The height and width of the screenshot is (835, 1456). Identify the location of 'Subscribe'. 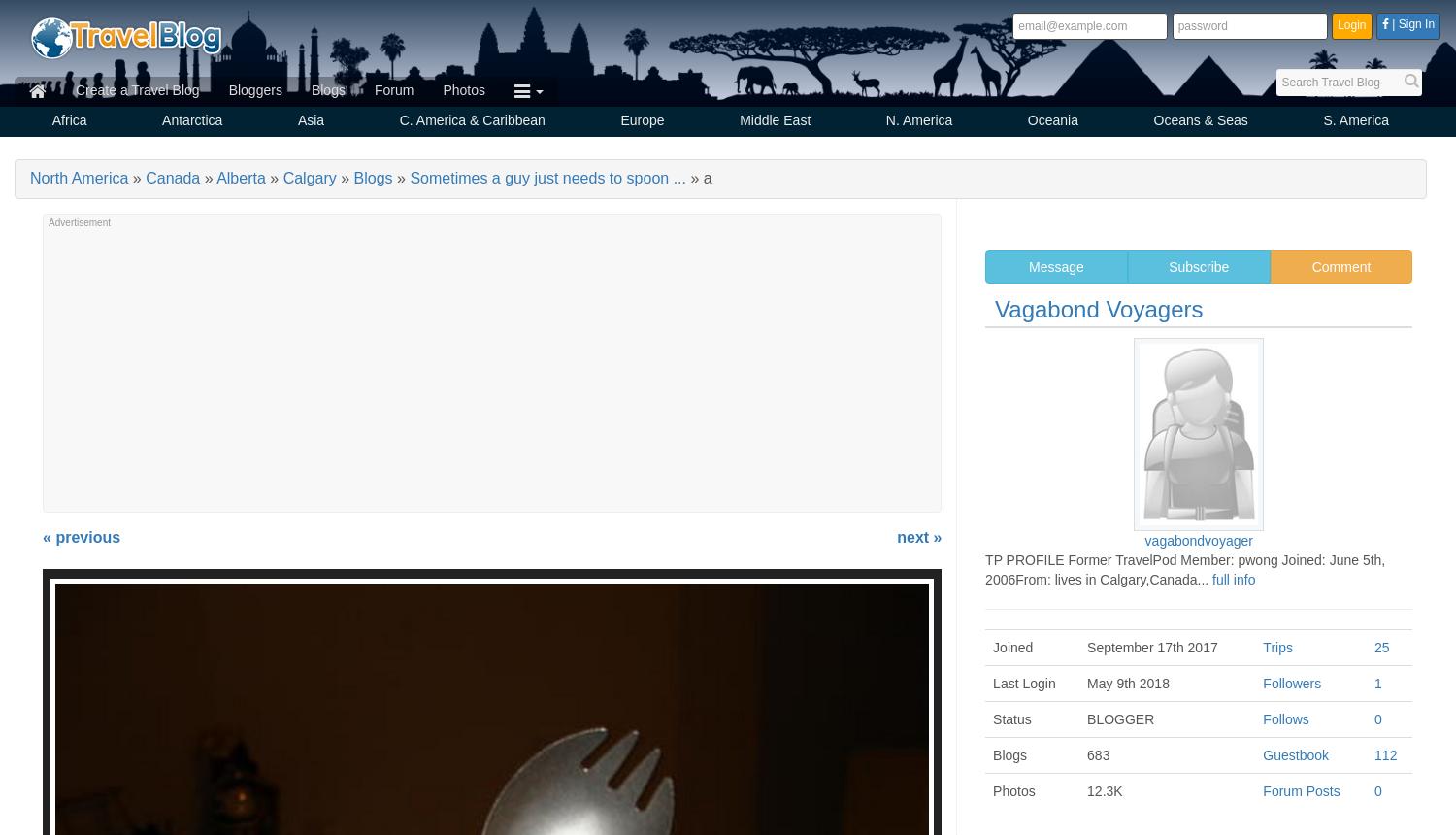
(1197, 264).